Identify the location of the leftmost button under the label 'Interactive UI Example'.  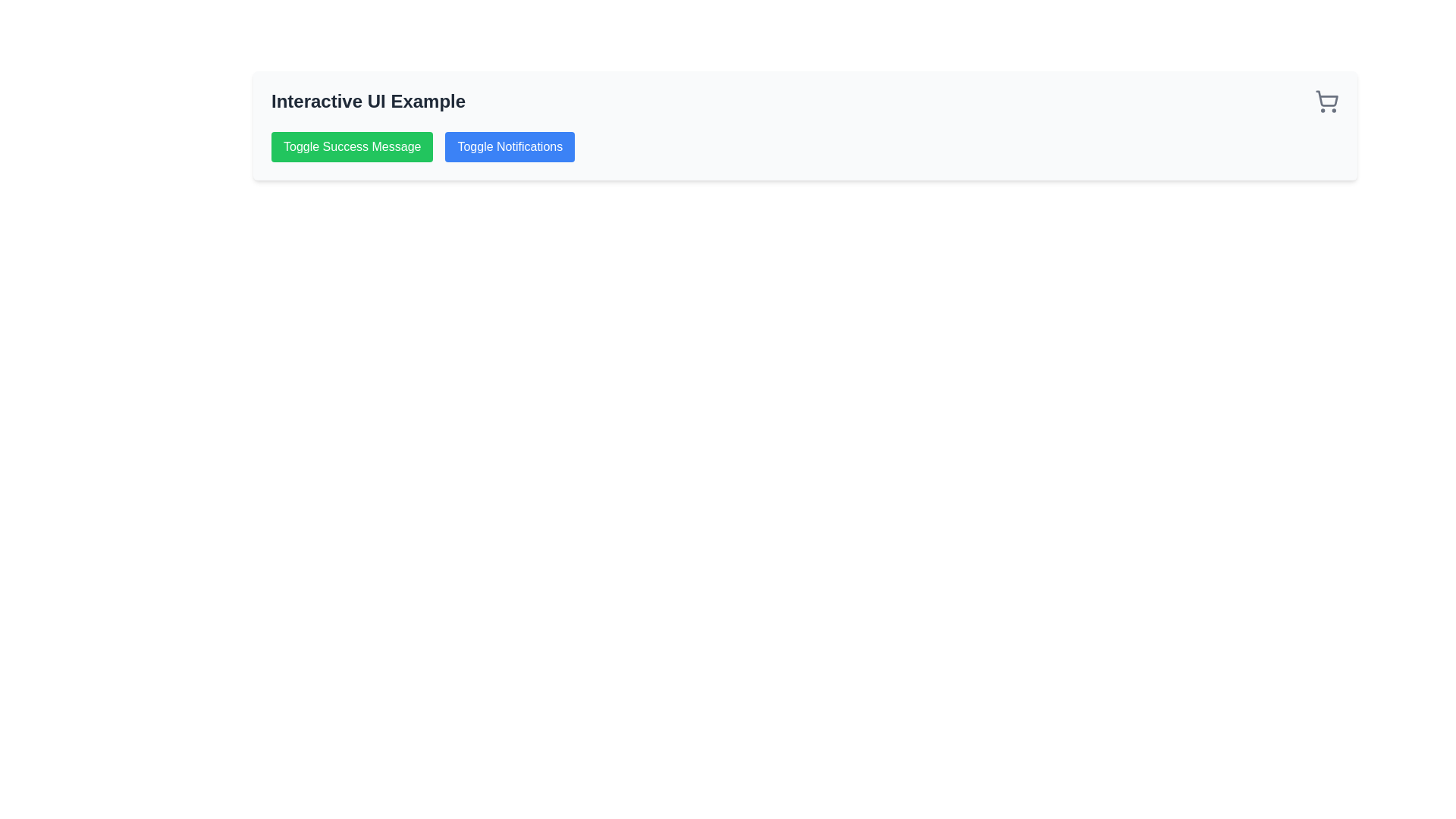
(351, 146).